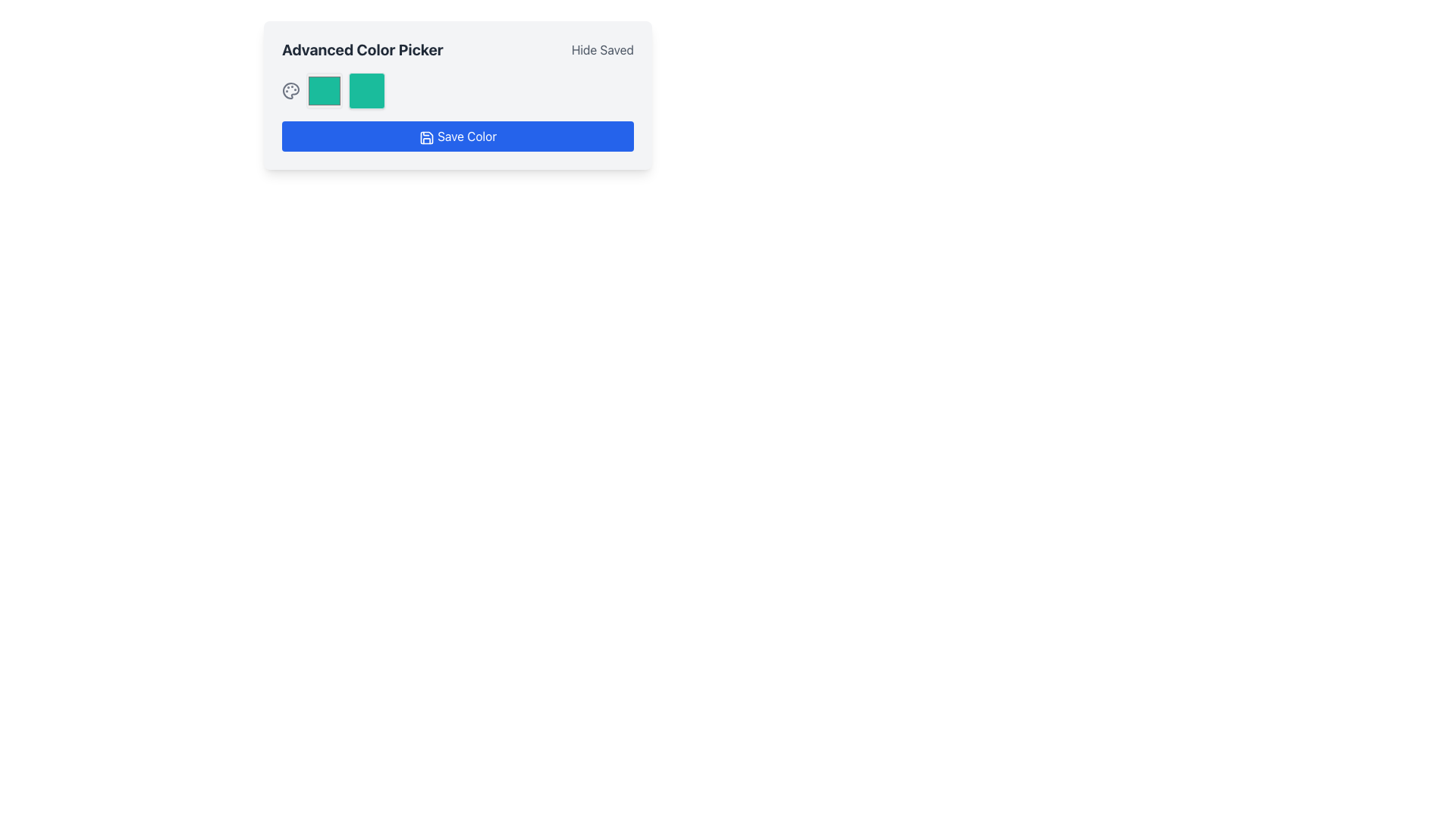 Image resolution: width=1456 pixels, height=819 pixels. What do you see at coordinates (291, 90) in the screenshot?
I see `the color picking icon located on the leftmost side of the horizontal layout, near the label 'Advanced Color Picker'` at bounding box center [291, 90].